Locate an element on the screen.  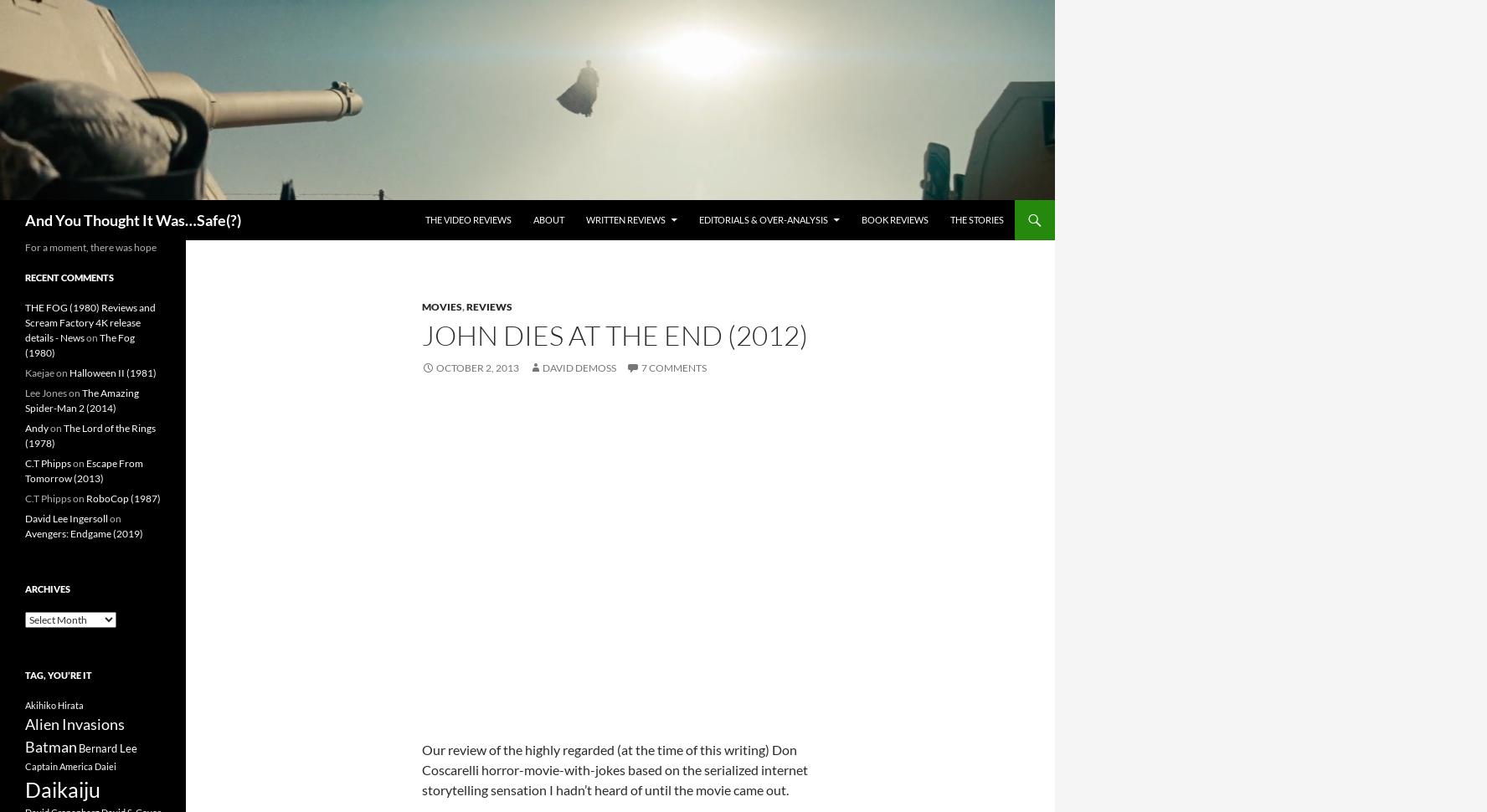
'Akihiko Hirata' is located at coordinates (54, 704).